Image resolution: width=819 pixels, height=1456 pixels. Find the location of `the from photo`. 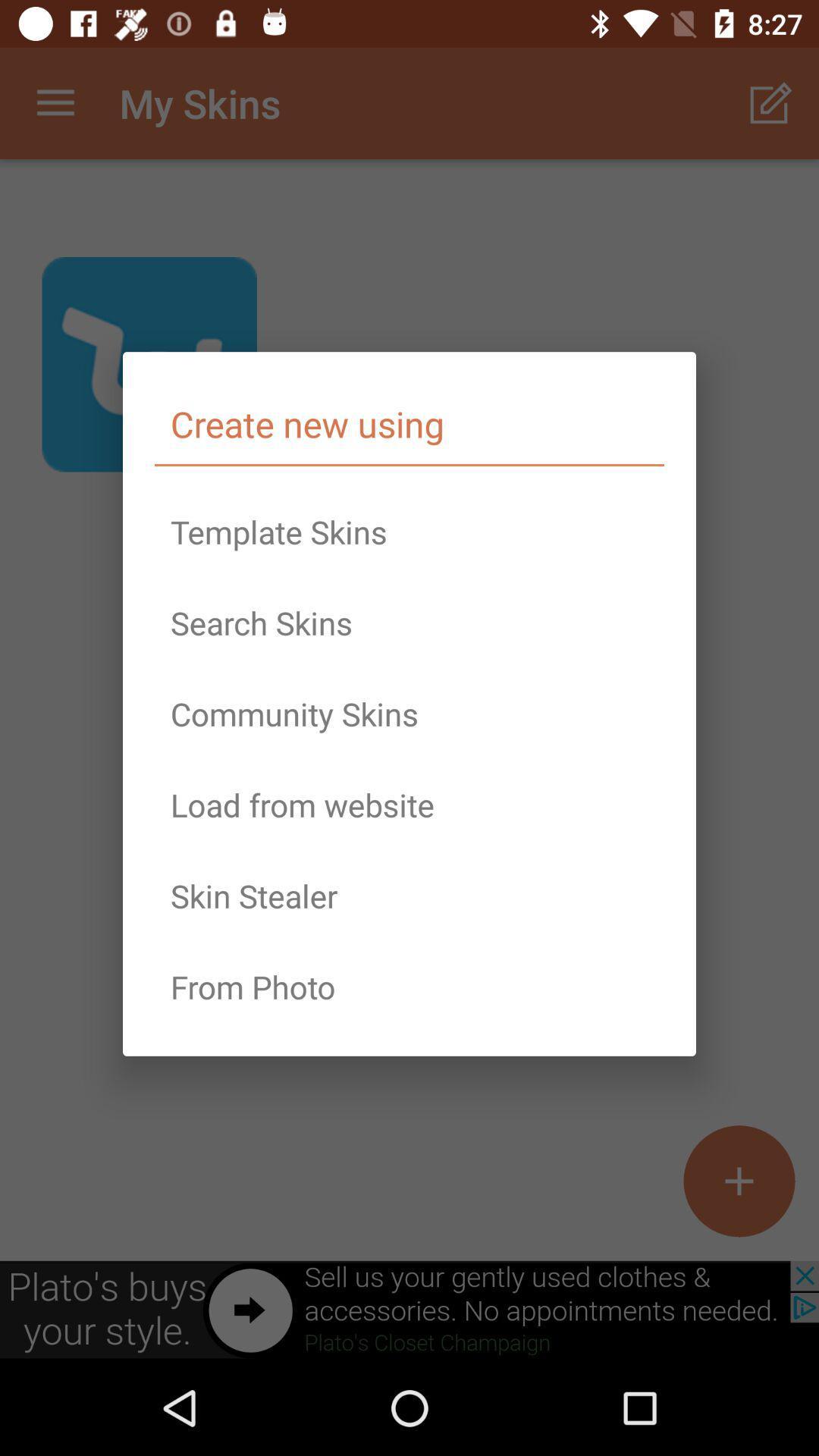

the from photo is located at coordinates (409, 987).